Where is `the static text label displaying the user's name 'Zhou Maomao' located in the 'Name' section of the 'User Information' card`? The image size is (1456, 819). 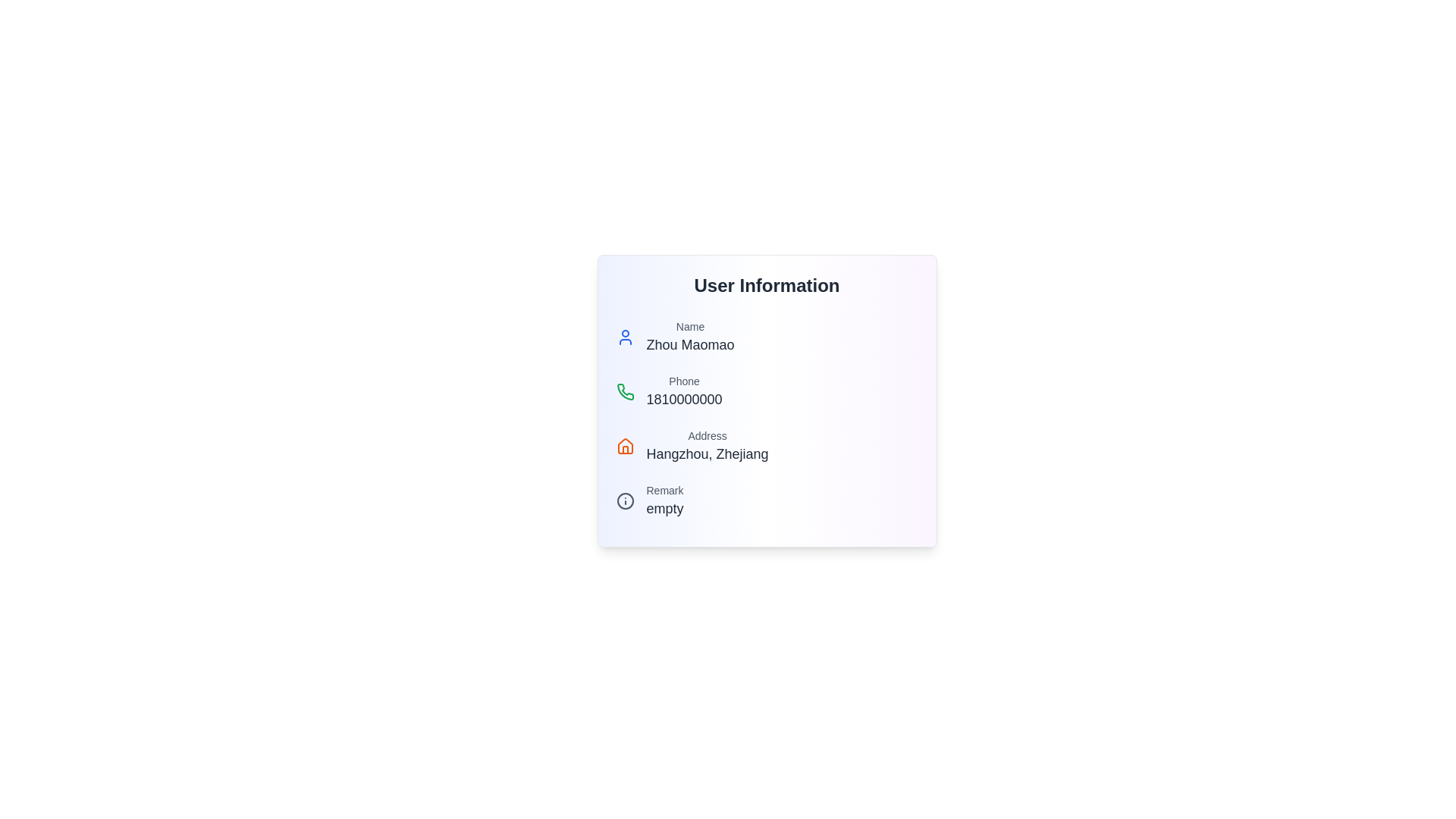 the static text label displaying the user's name 'Zhou Maomao' located in the 'Name' section of the 'User Information' card is located at coordinates (689, 345).